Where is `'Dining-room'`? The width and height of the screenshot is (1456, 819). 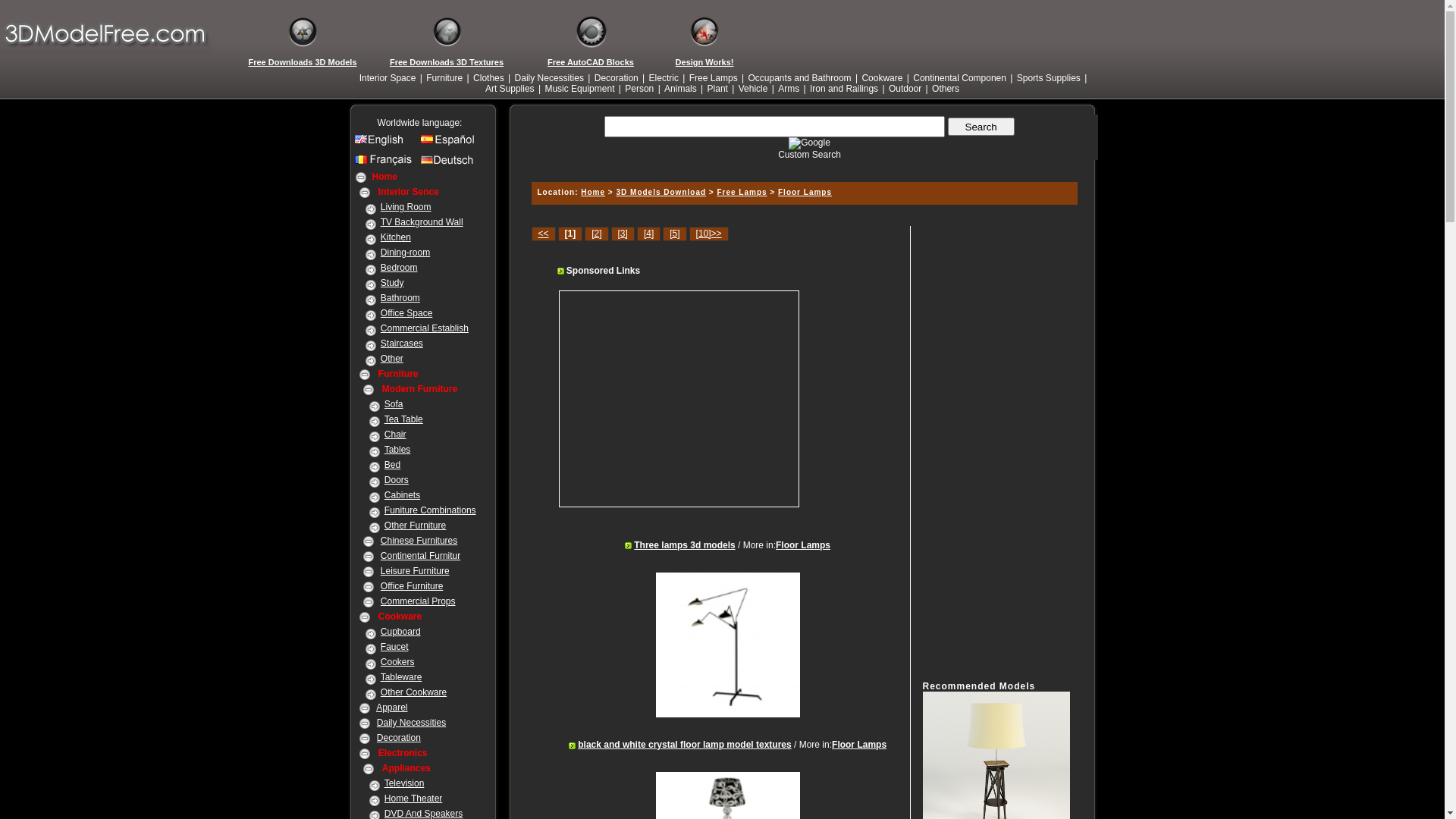
'Dining-room' is located at coordinates (405, 251).